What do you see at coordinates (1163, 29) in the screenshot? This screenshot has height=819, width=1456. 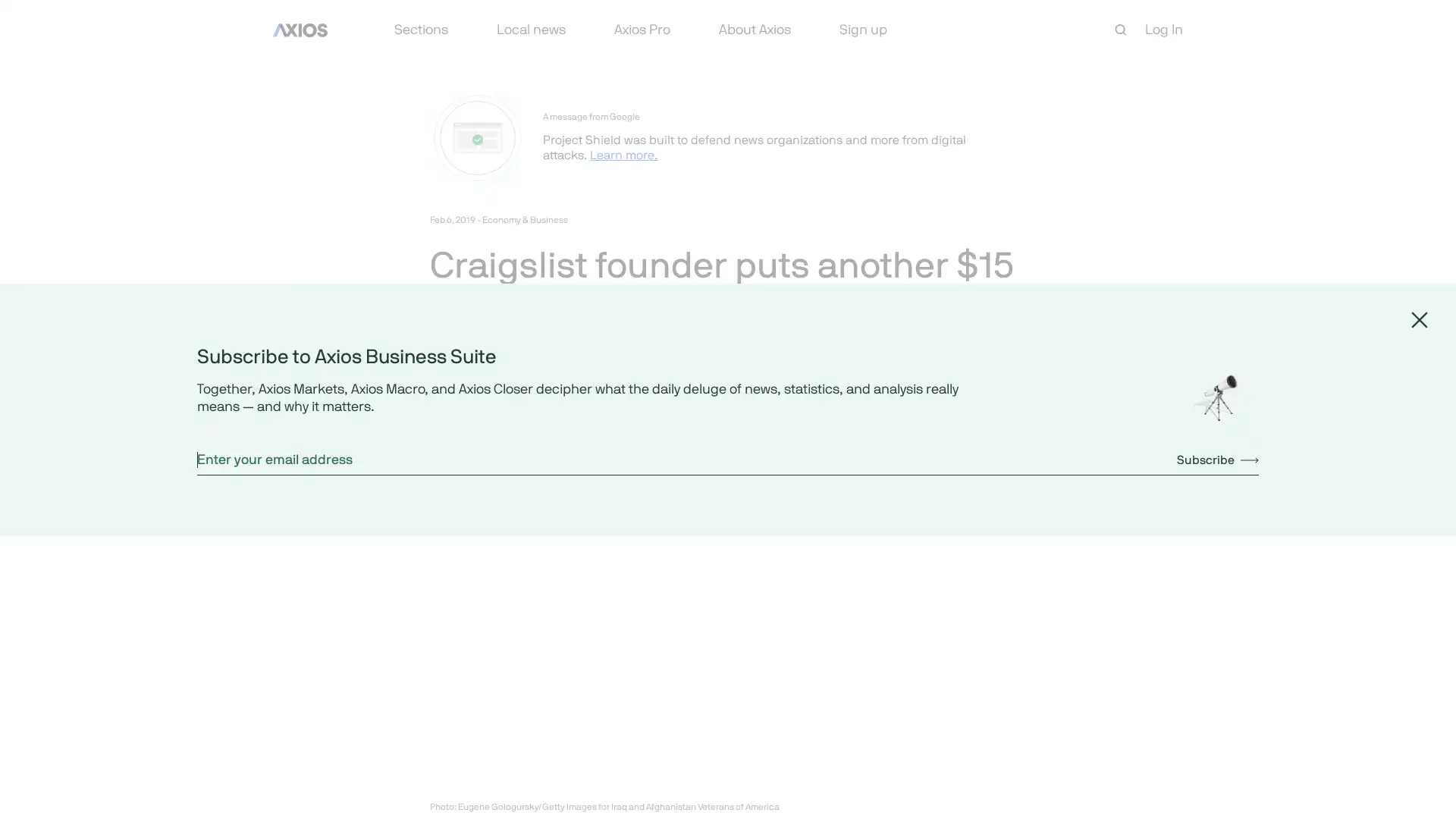 I see `Log In` at bounding box center [1163, 29].